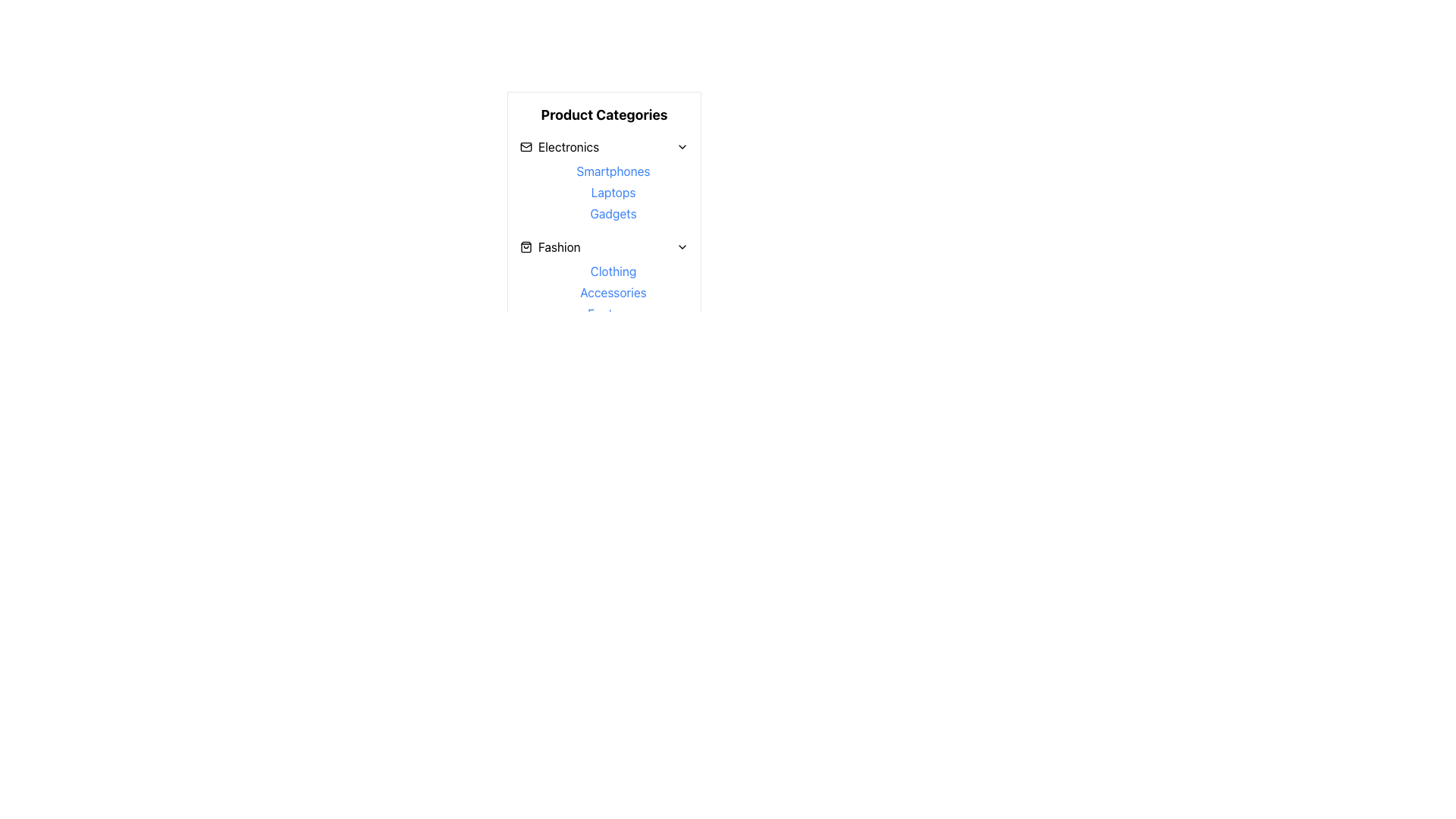 This screenshot has height=819, width=1456. What do you see at coordinates (526, 146) in the screenshot?
I see `the SVG Rectangle representing the mail icon adjacent to the 'Electronics' label in the Product Categories list` at bounding box center [526, 146].